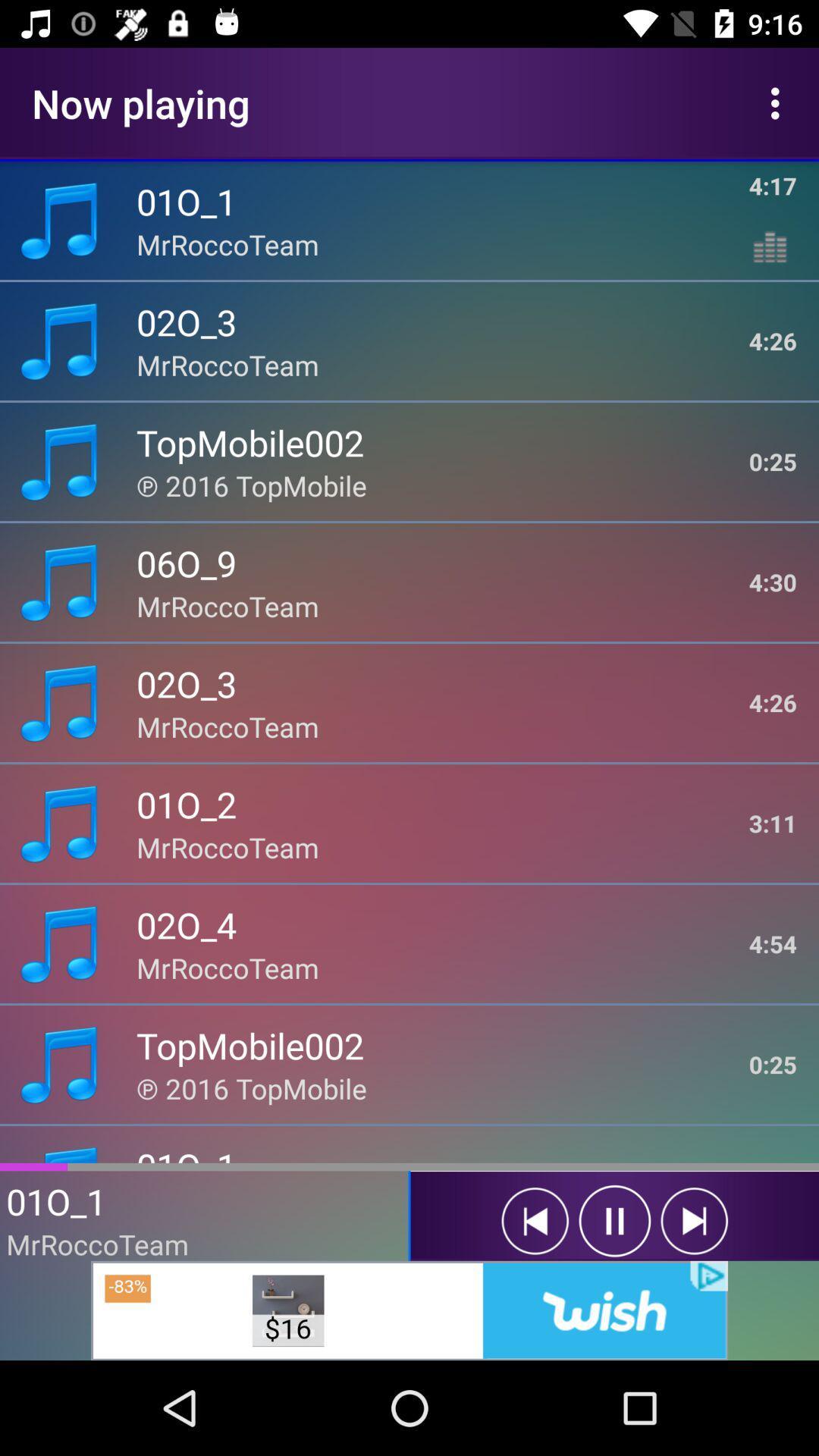  I want to click on the skip_previous icon, so click(534, 1221).